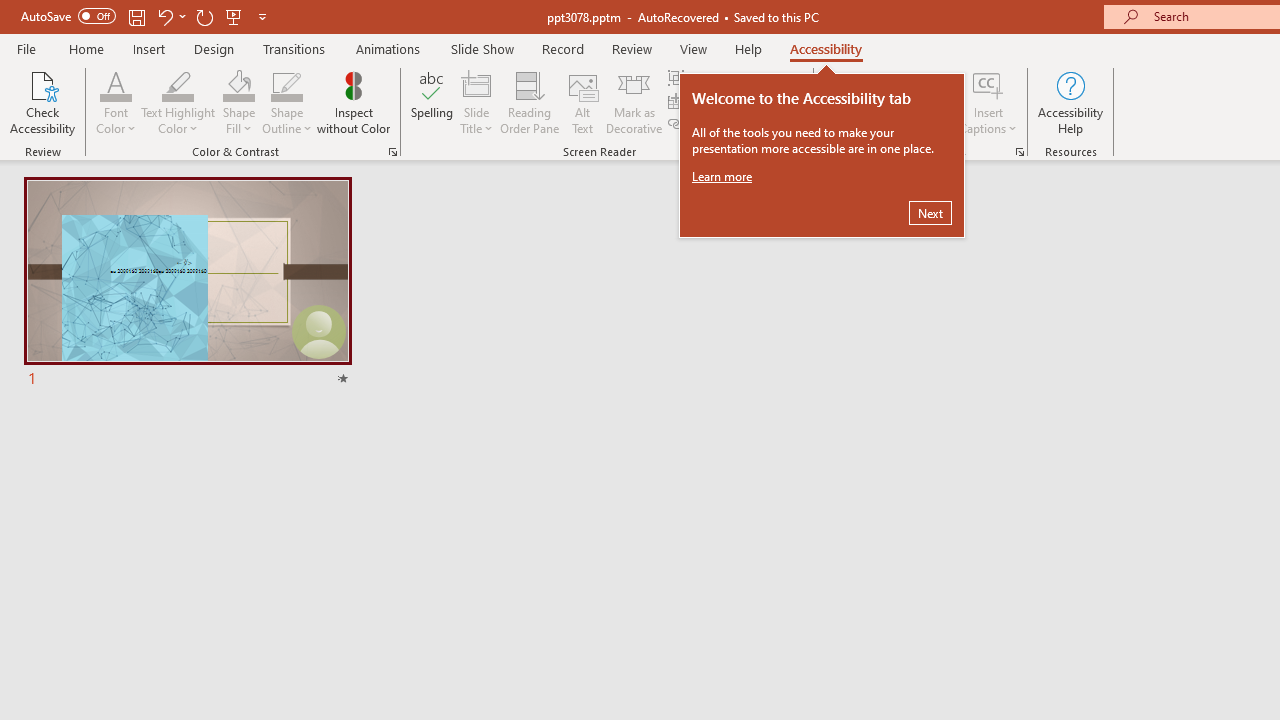  What do you see at coordinates (392, 150) in the screenshot?
I see `'Color & Contrast'` at bounding box center [392, 150].